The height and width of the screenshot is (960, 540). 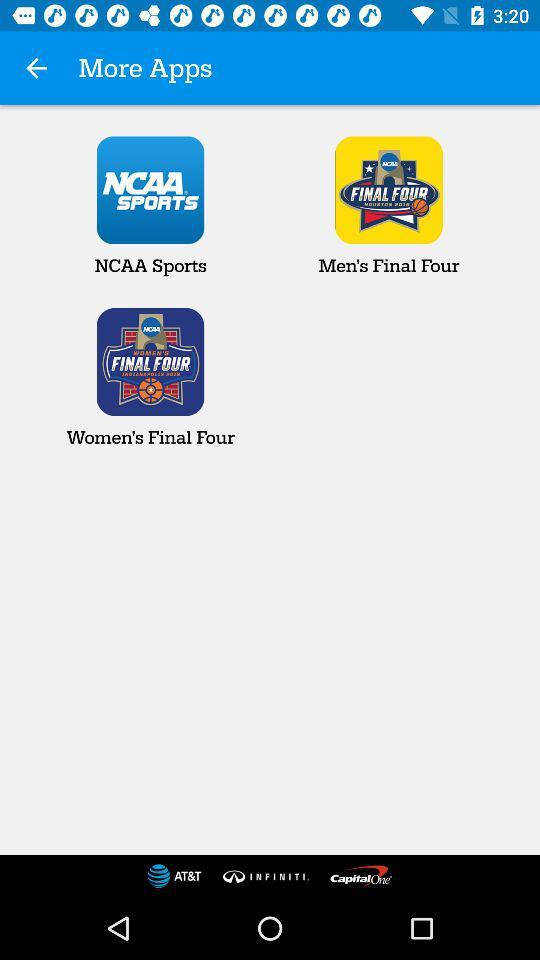 What do you see at coordinates (36, 68) in the screenshot?
I see `the app next to more apps app` at bounding box center [36, 68].